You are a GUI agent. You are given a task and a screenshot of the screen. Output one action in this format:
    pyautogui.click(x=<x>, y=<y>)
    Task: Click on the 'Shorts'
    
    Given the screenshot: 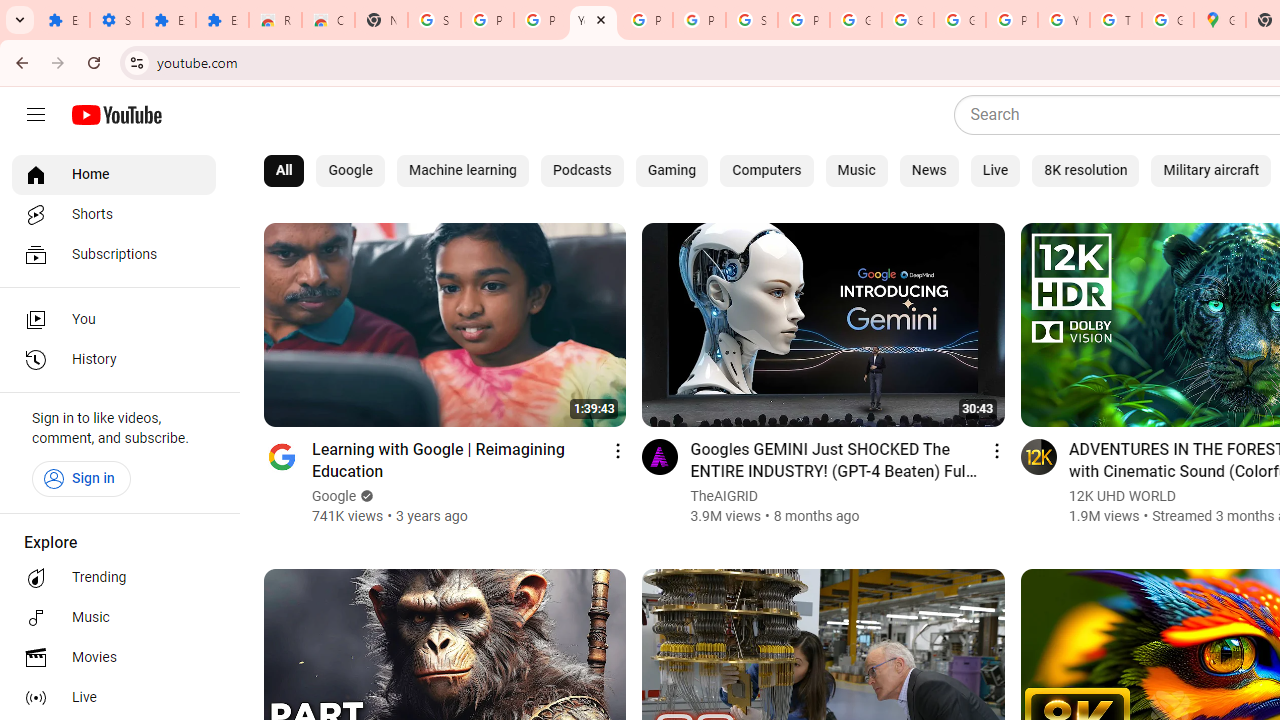 What is the action you would take?
    pyautogui.click(x=112, y=214)
    